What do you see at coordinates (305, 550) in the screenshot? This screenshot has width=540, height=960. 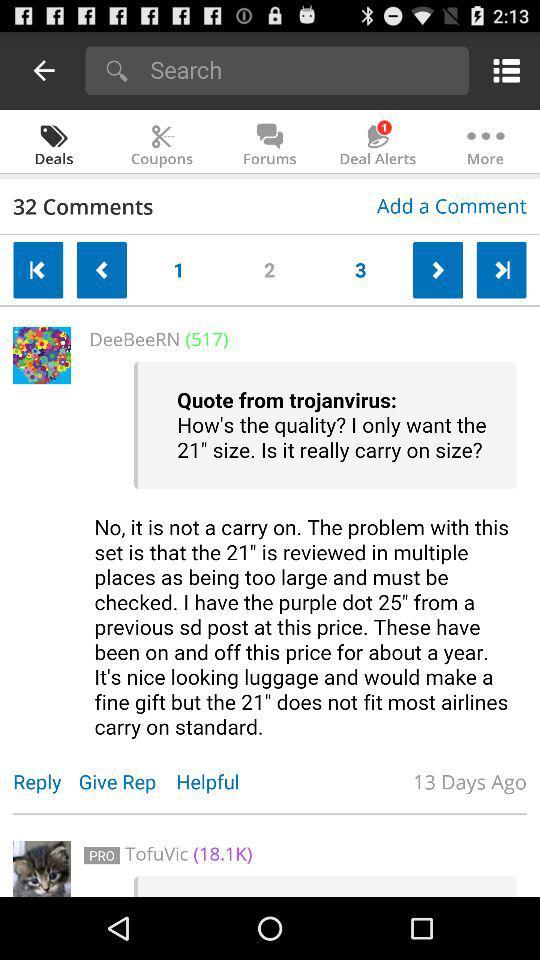 I see `copy the article` at bounding box center [305, 550].